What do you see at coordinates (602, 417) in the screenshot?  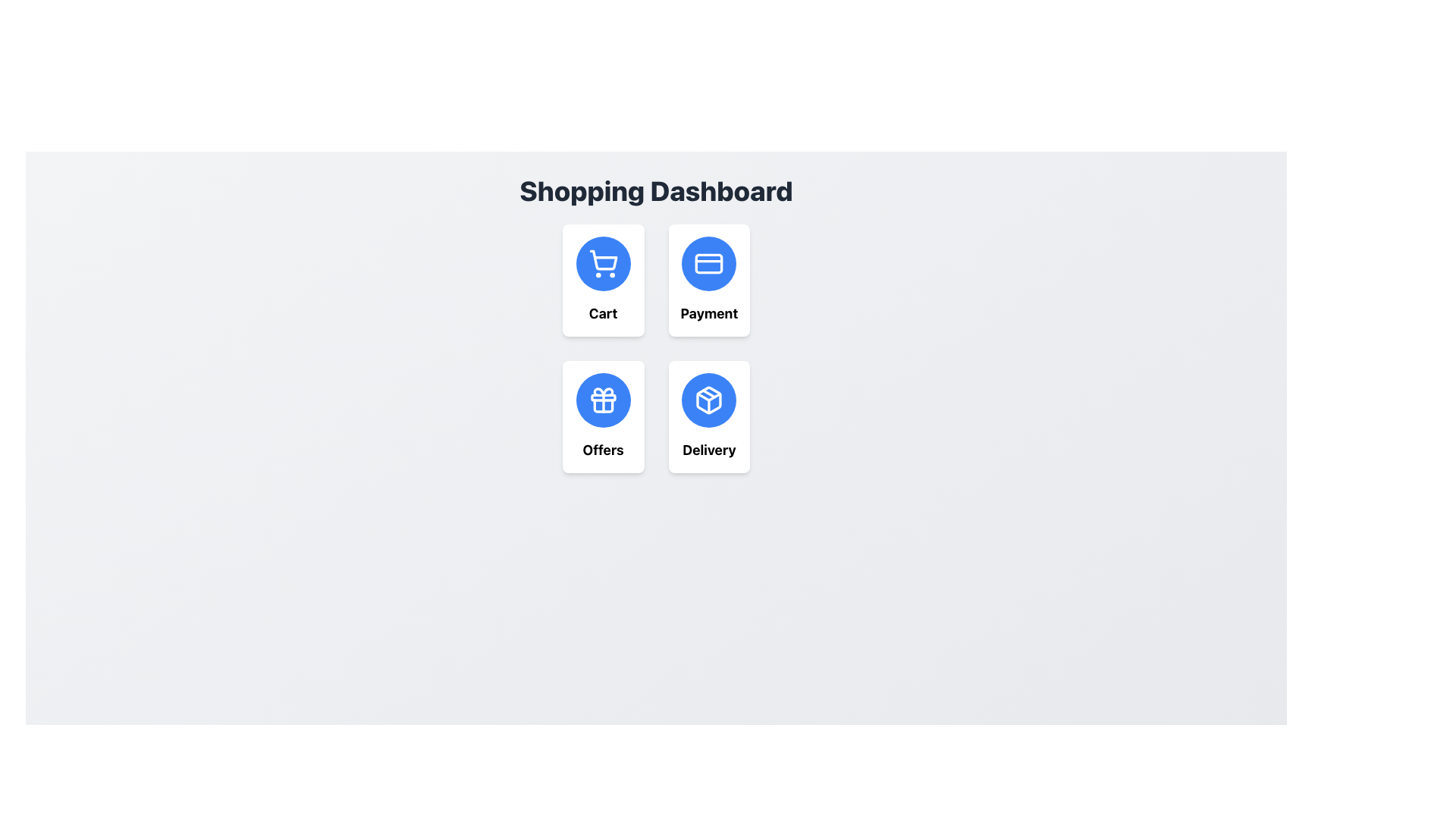 I see `the 'Offers' Card element located in the lower-left quadrant of the grid layout, below the 'Cart' element and to the left of the 'Delivery' element` at bounding box center [602, 417].